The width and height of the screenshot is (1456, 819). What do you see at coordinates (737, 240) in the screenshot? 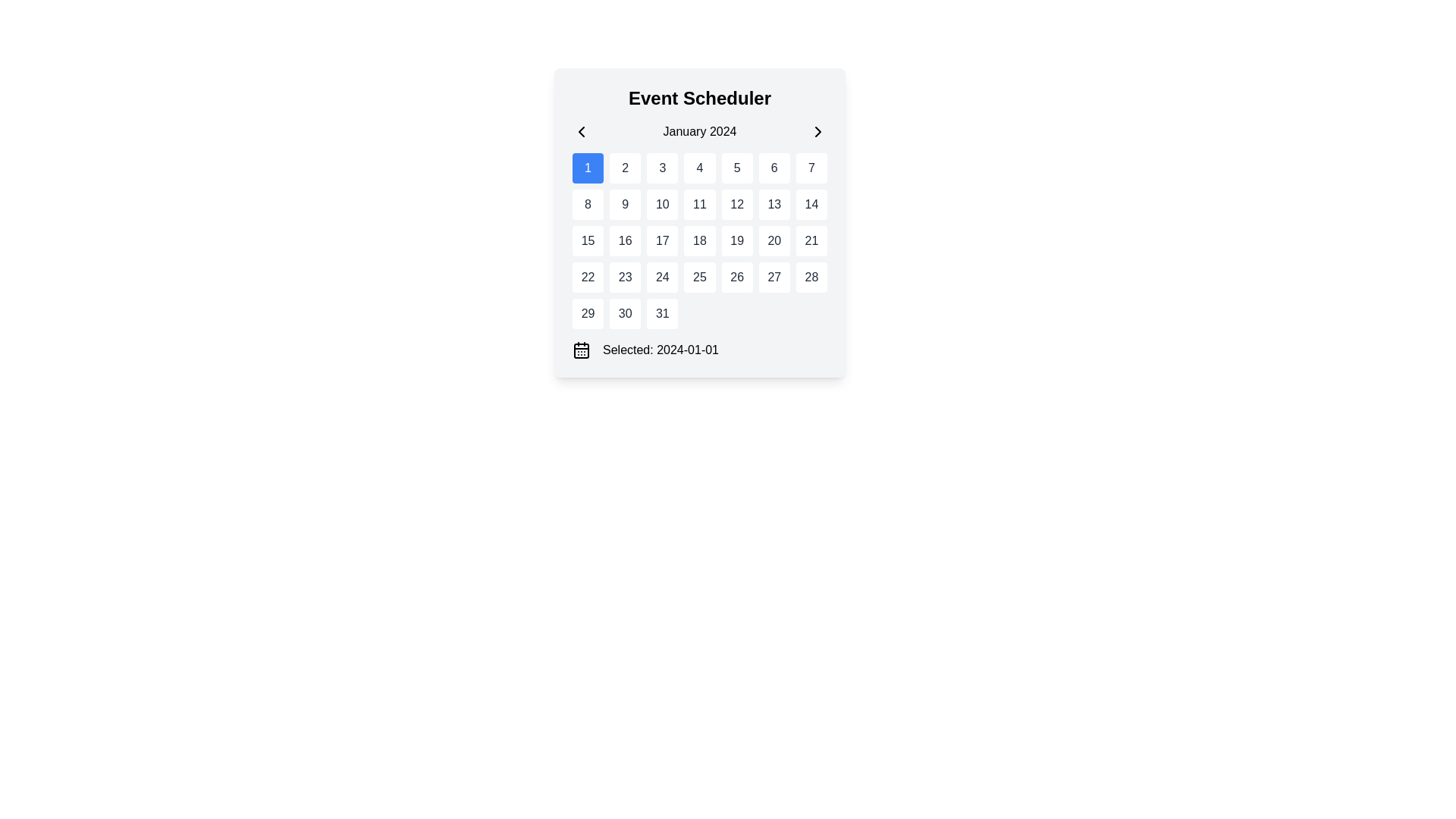
I see `the date selector button representing January 19th, 2024, in the Event Scheduler section` at bounding box center [737, 240].